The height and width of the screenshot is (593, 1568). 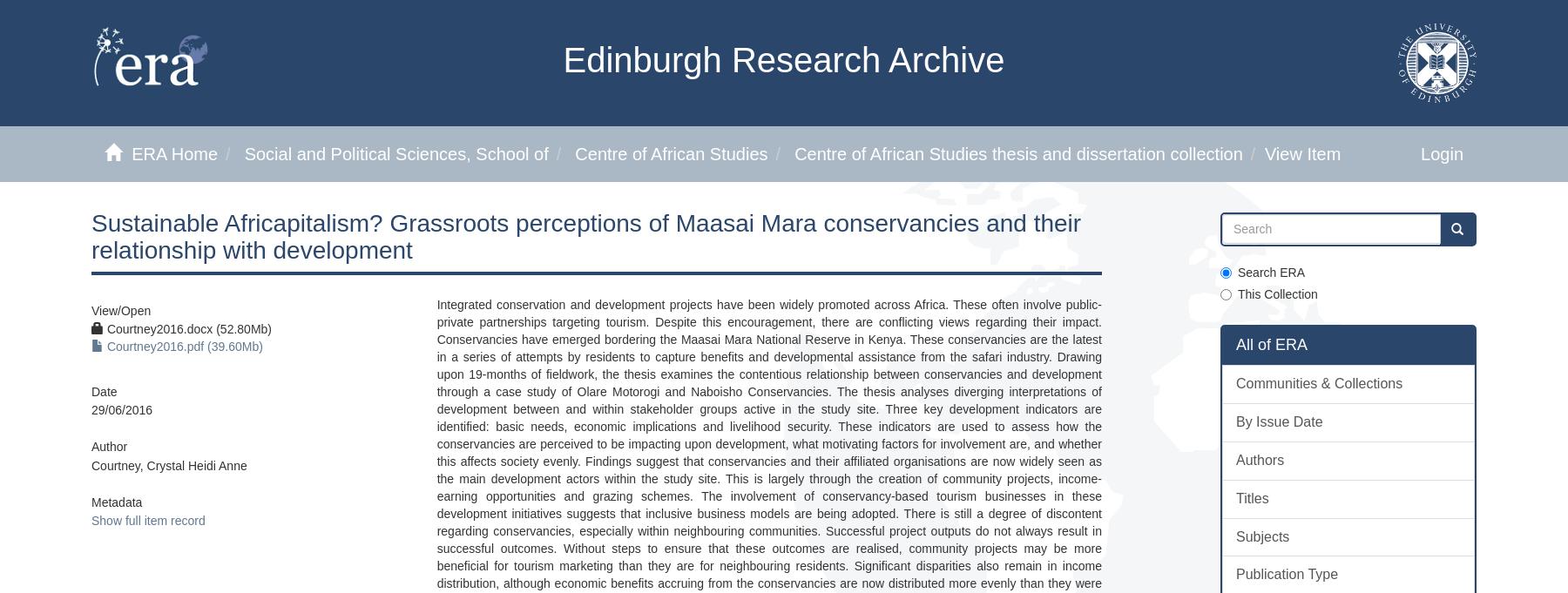 I want to click on 'By Issue Date', so click(x=1234, y=421).